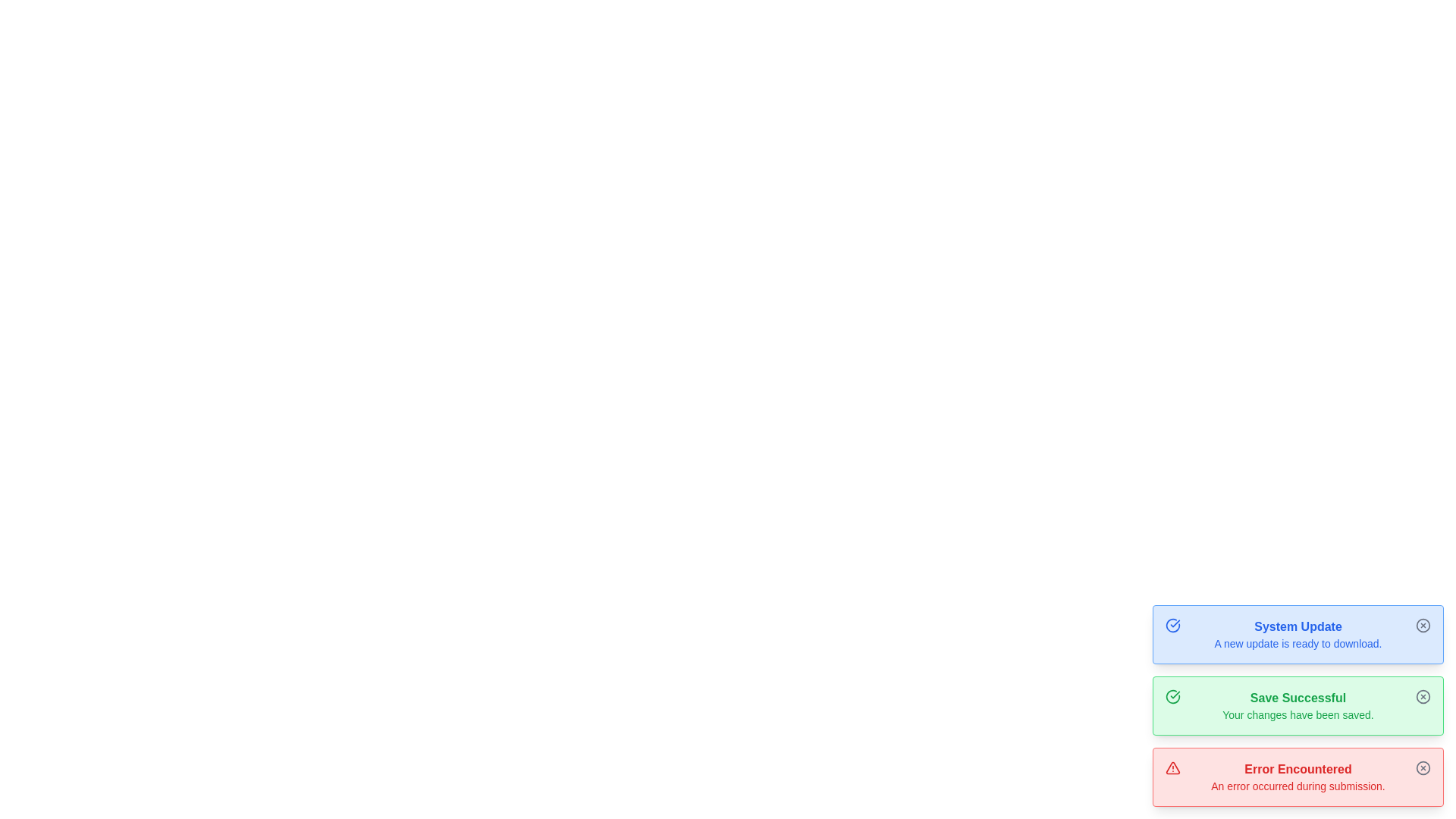 This screenshot has height=819, width=1456. Describe the element at coordinates (1298, 705) in the screenshot. I see `text from the Notification banner displaying 'Save Successful' and 'Your changes have been saved.'` at that location.